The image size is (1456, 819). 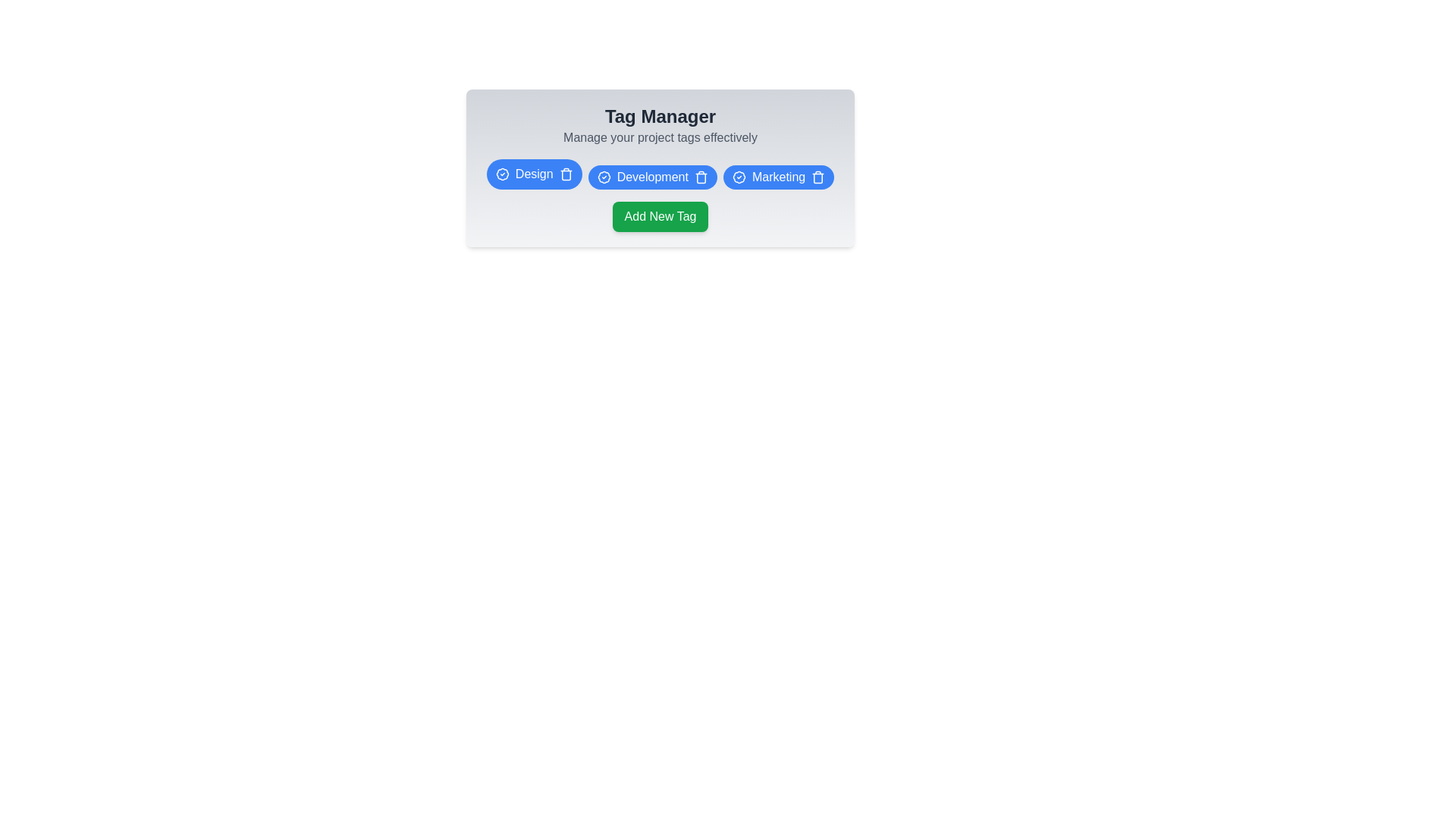 What do you see at coordinates (817, 177) in the screenshot?
I see `the trash icon next to the tag labeled Marketing` at bounding box center [817, 177].